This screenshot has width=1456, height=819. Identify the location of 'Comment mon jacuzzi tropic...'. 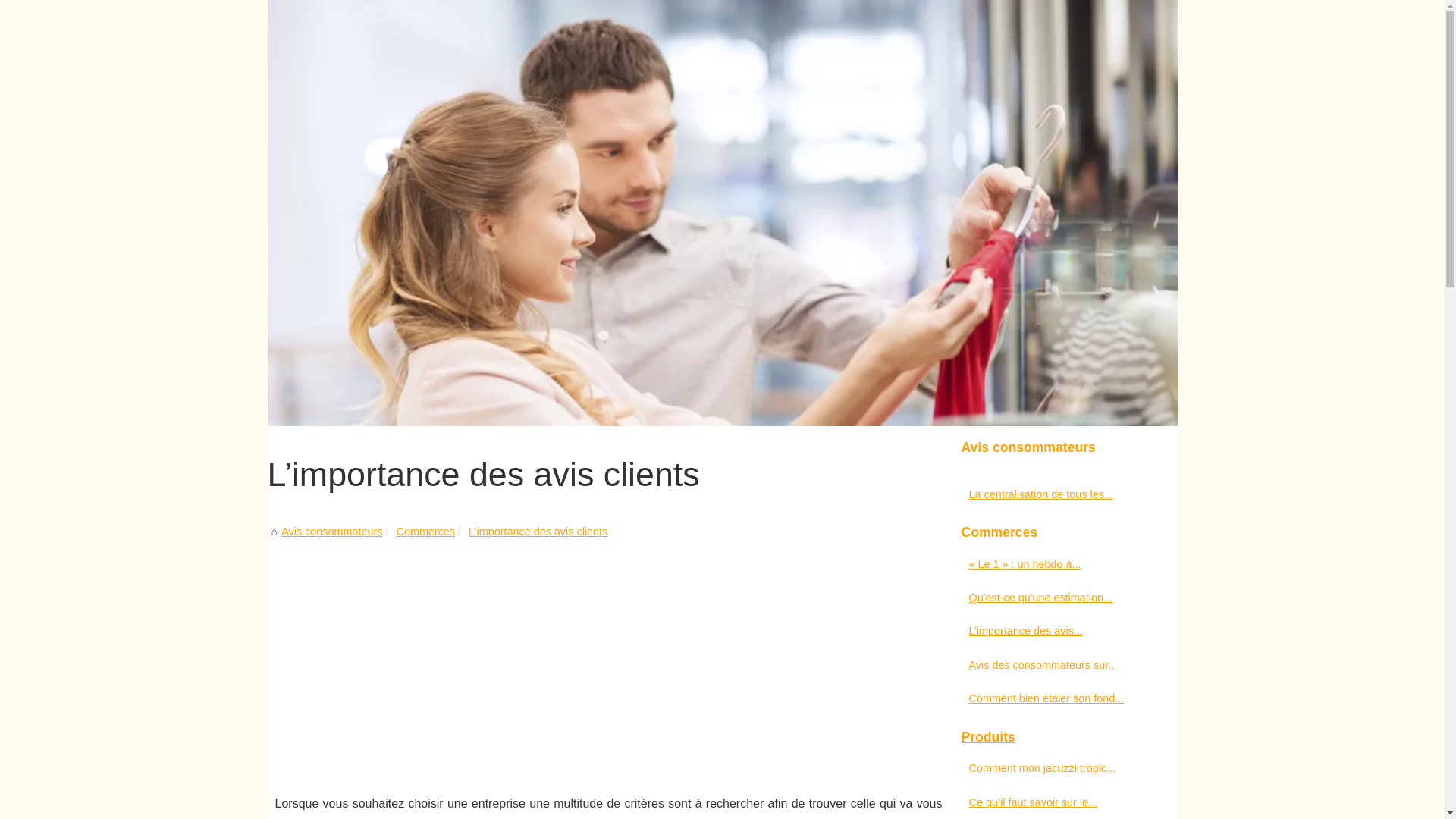
(1055, 768).